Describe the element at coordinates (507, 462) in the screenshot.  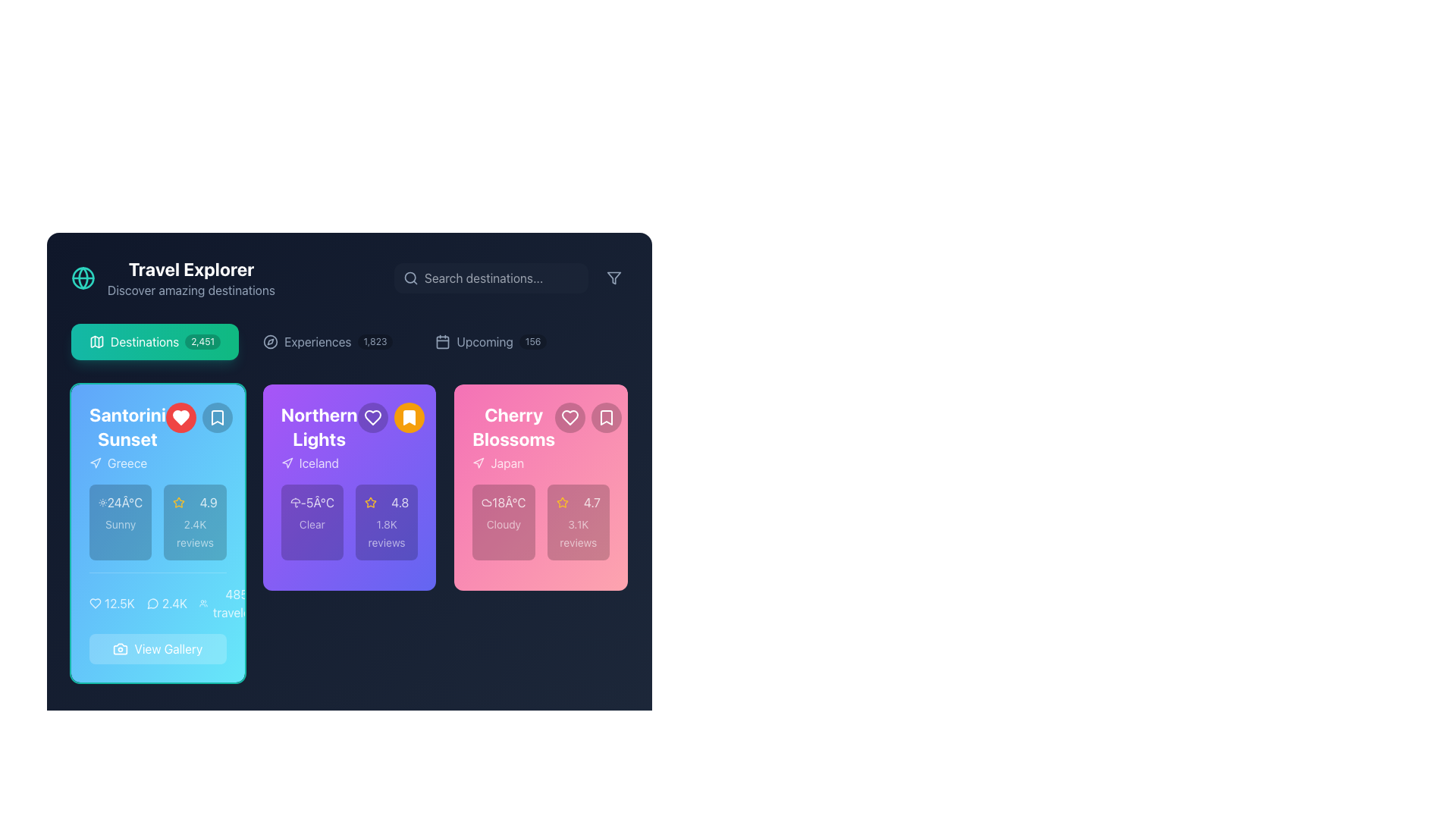
I see `the 'Japan' text label located within the 'Cherry Blossoms' card, which is the third card in a horizontal row of three cards at the top of the interface` at that location.